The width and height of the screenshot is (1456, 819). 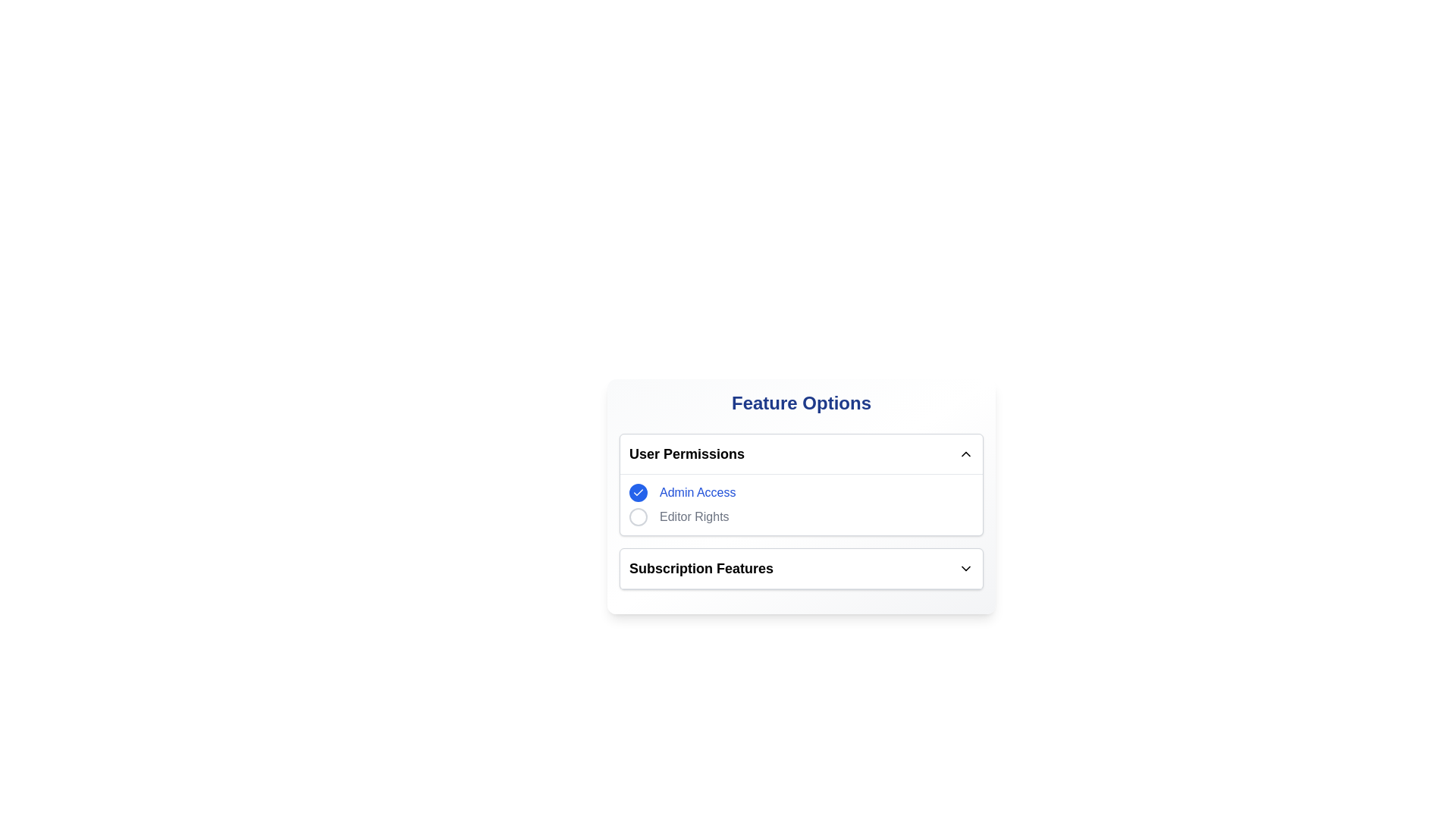 I want to click on the 'Admin Access' option in the User Permissions section, so click(x=800, y=505).